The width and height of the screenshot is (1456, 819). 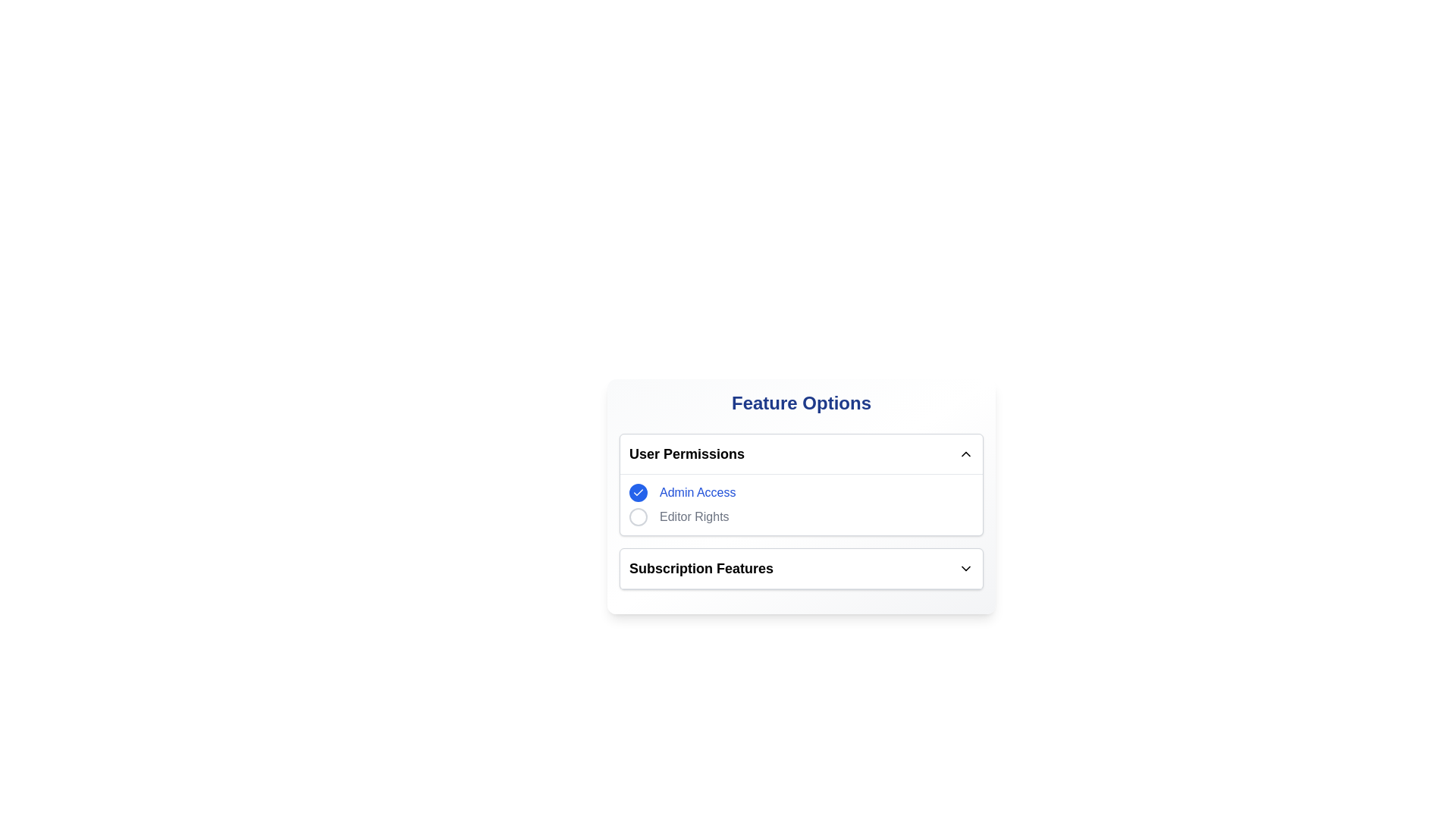 I want to click on the 'Admin Access' option in the User Permissions section, so click(x=800, y=505).